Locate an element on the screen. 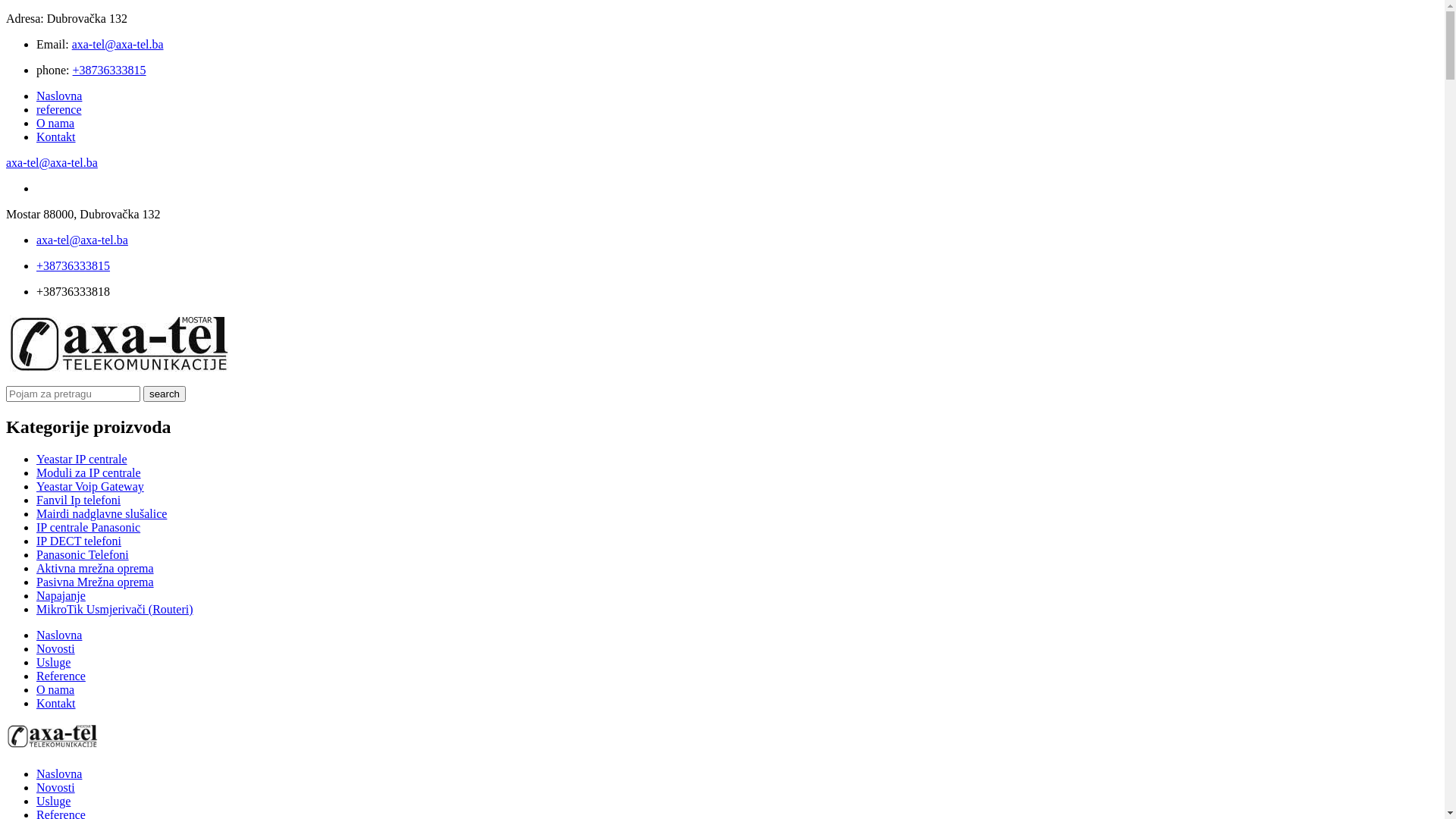  'Panasonic Telefoni' is located at coordinates (82, 554).